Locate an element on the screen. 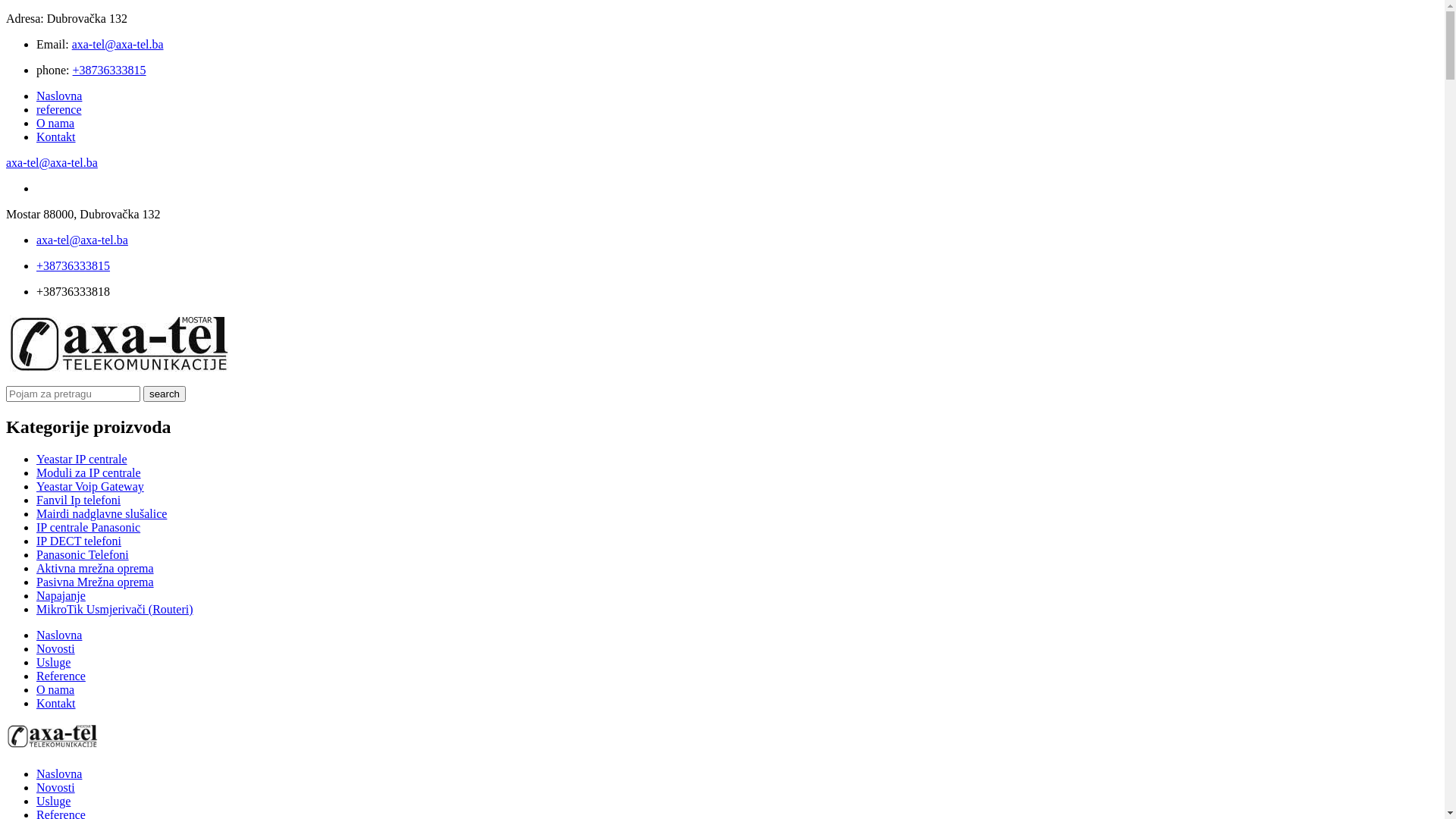  'Panasonic Telefoni' is located at coordinates (82, 554).